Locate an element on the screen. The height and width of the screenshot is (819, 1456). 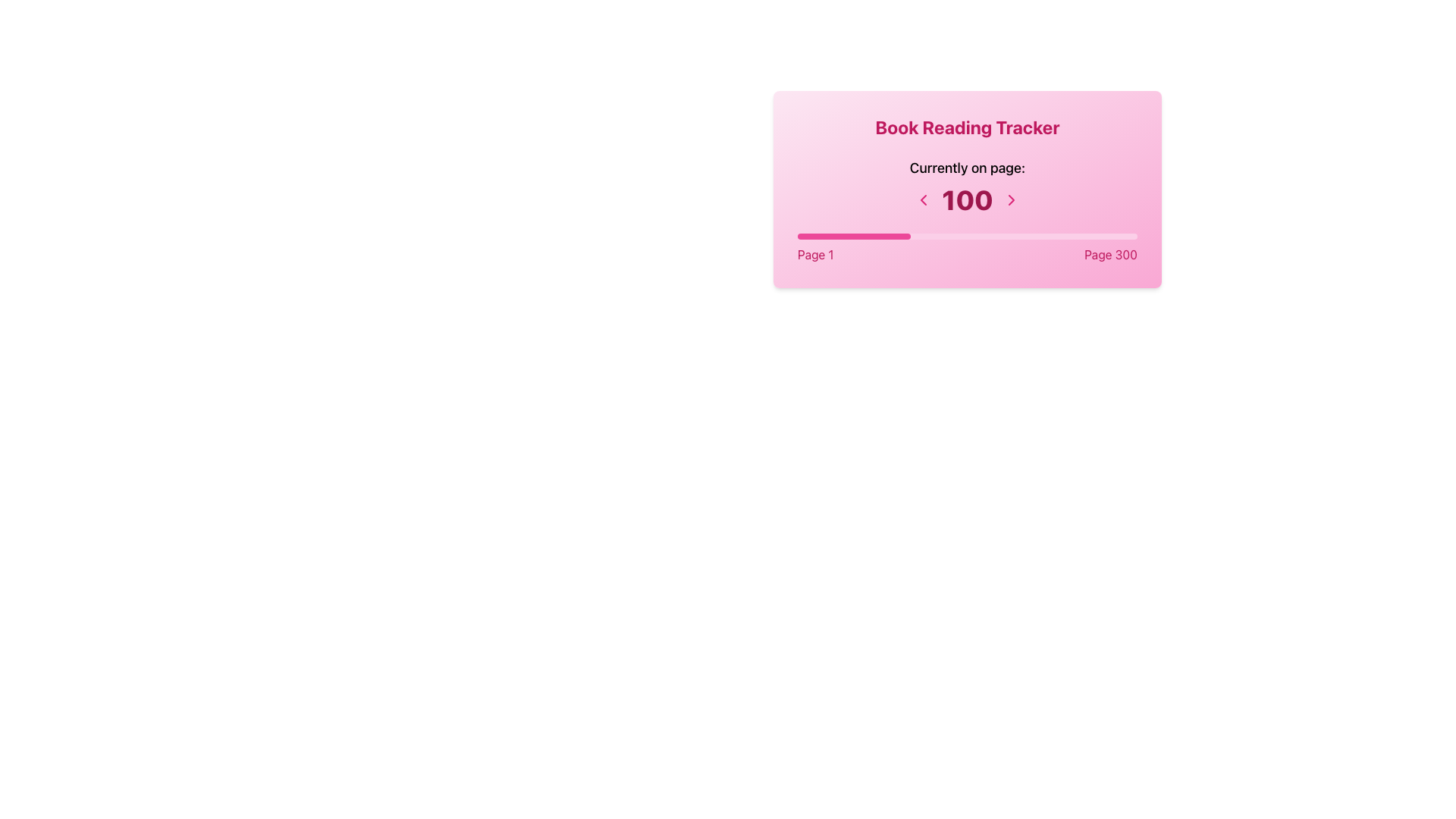
the forward navigation SVG icon located directly to the right of the displayed number (100) in the 'Currently on page' section is located at coordinates (1011, 199).